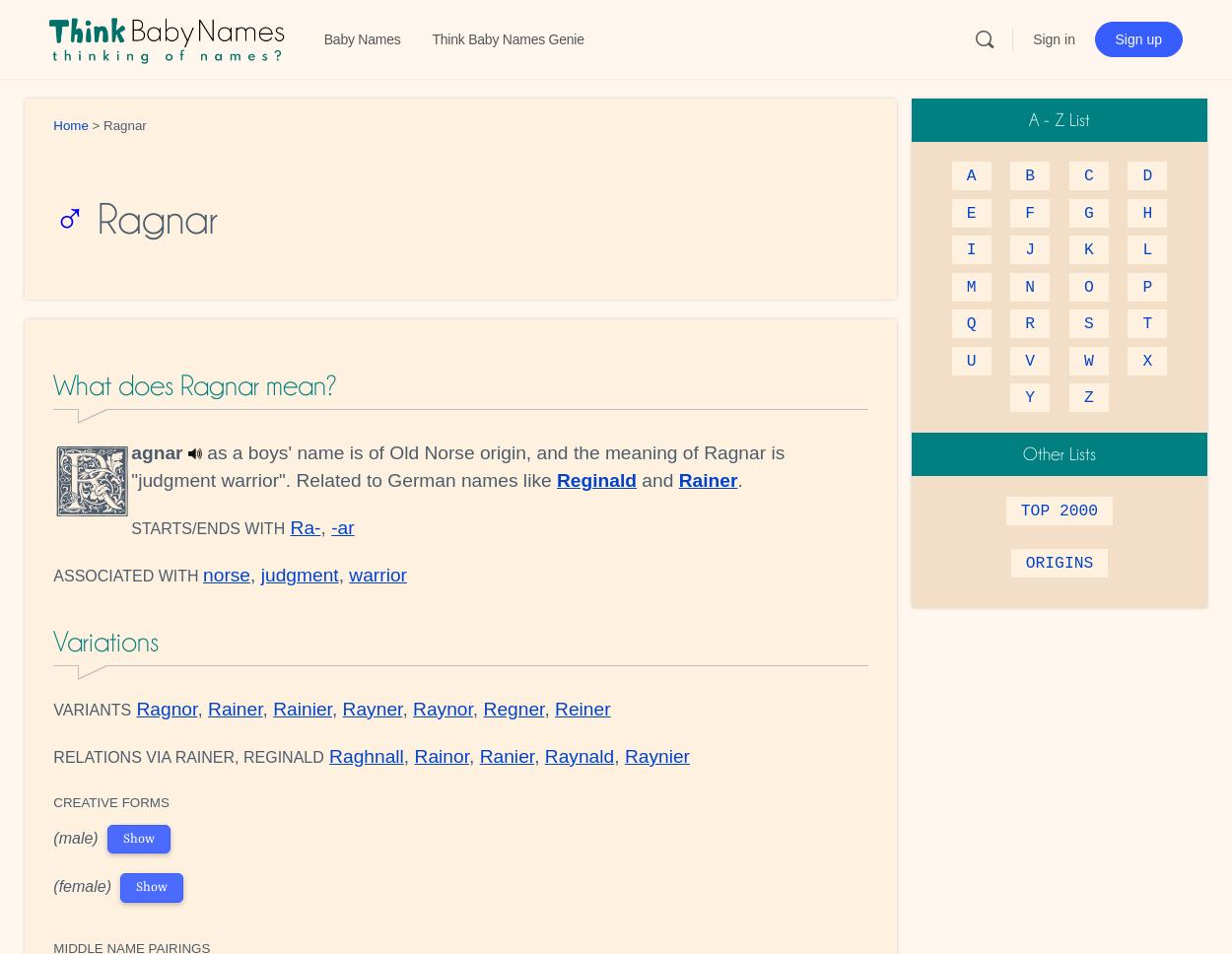 This screenshot has height=954, width=1232. I want to click on 'S', so click(1087, 323).